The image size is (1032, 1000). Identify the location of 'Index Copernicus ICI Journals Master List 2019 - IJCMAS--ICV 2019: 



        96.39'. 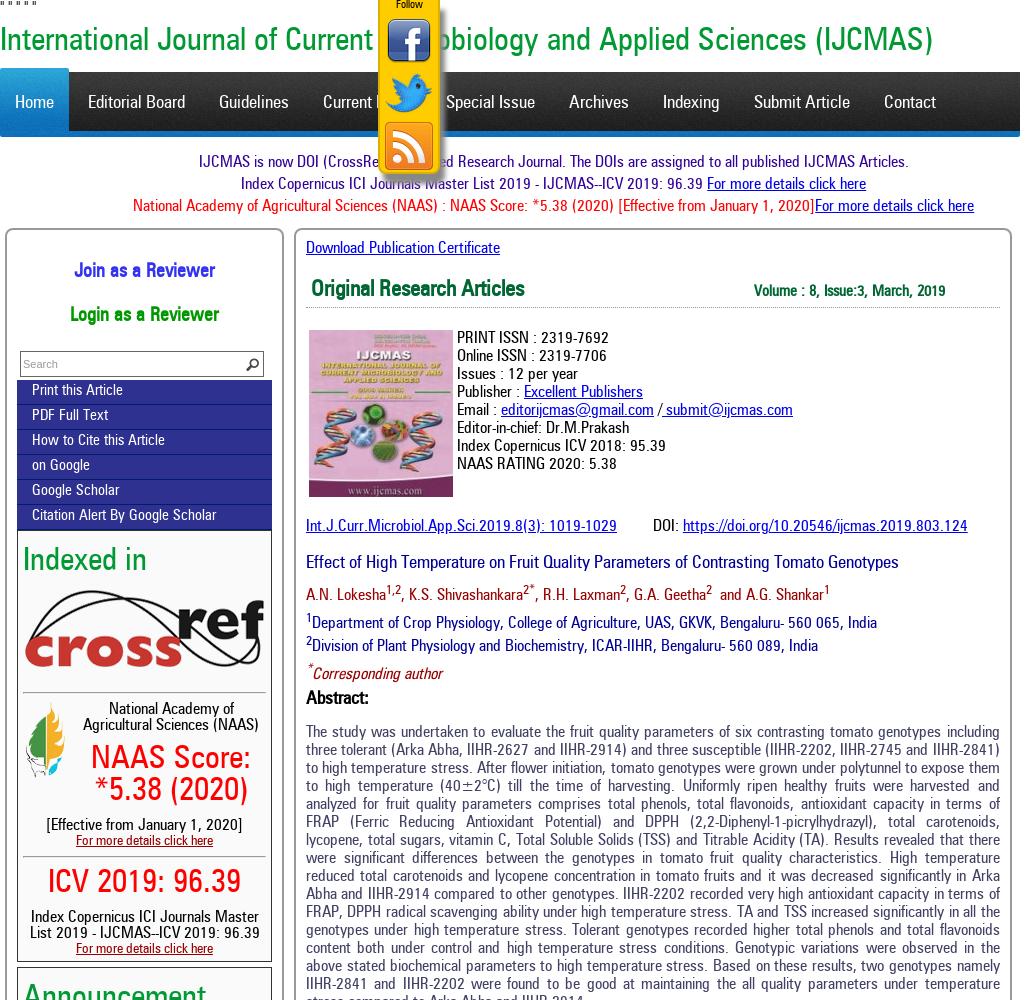
(142, 926).